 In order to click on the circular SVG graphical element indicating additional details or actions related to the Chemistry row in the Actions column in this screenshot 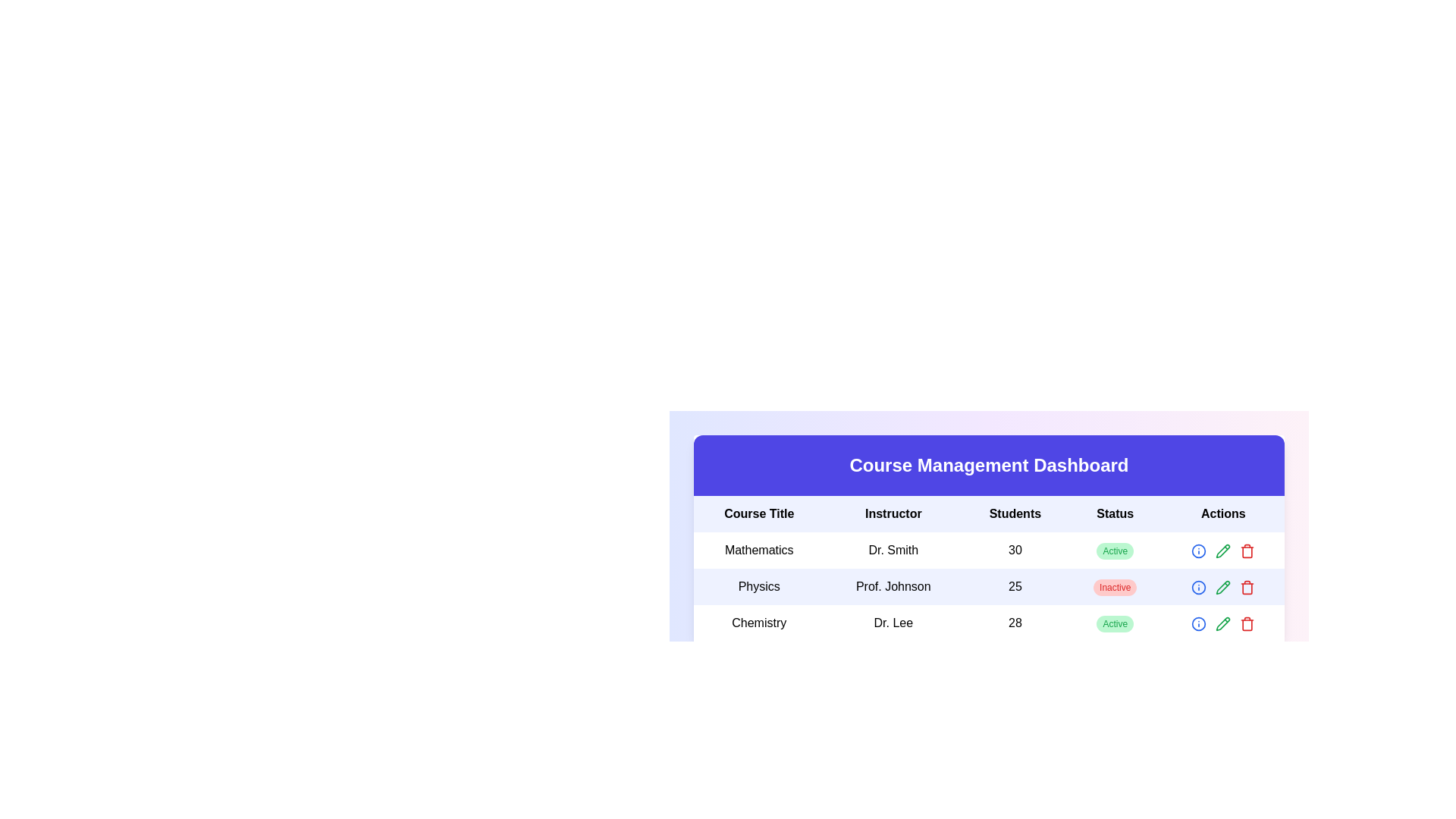, I will do `click(1198, 623)`.